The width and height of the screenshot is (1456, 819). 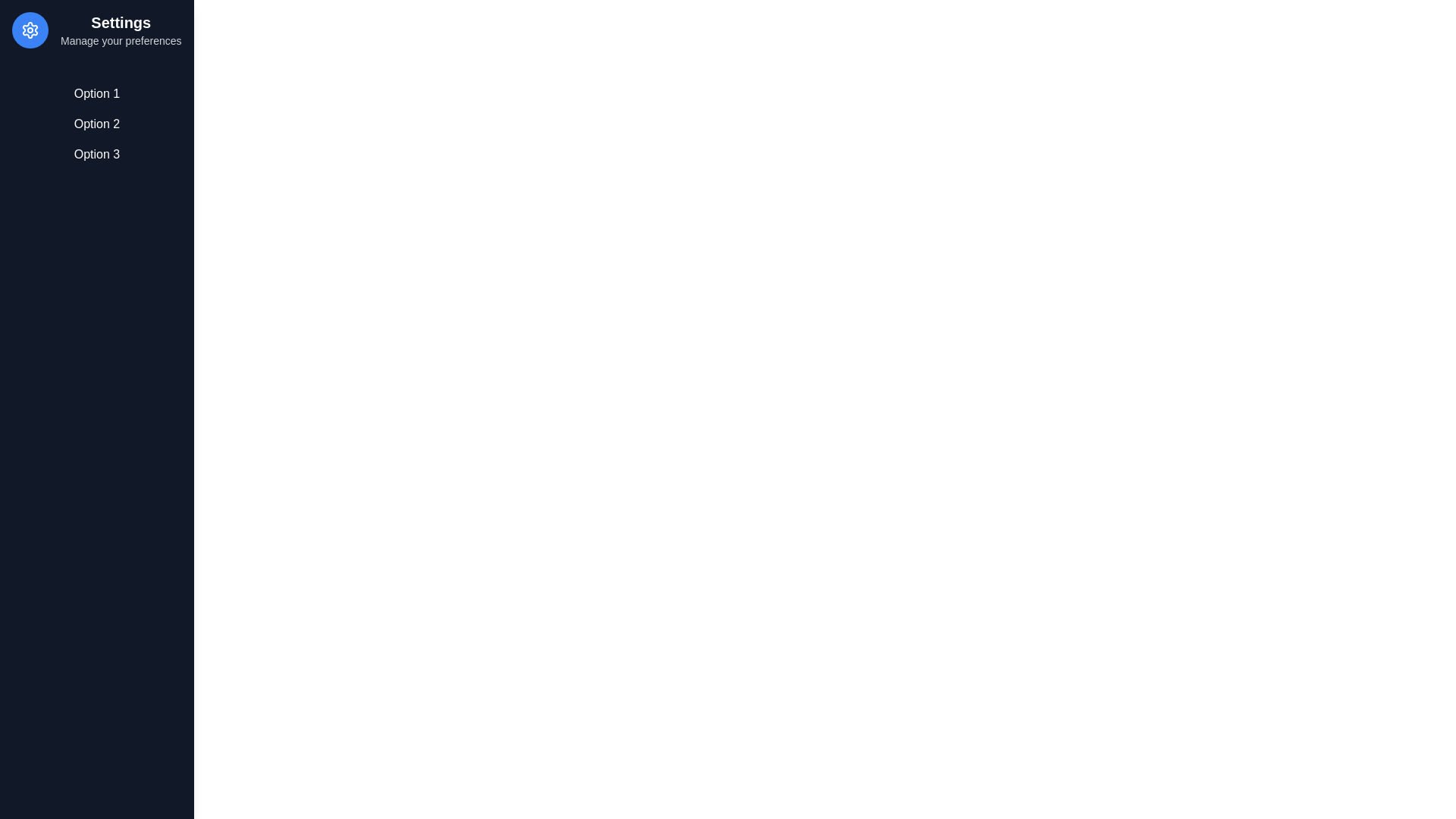 I want to click on the circular blue button with a white settings gear icon located at the top left corner of the interface, adjacent to the 'Settings' heading, so click(x=30, y=30).